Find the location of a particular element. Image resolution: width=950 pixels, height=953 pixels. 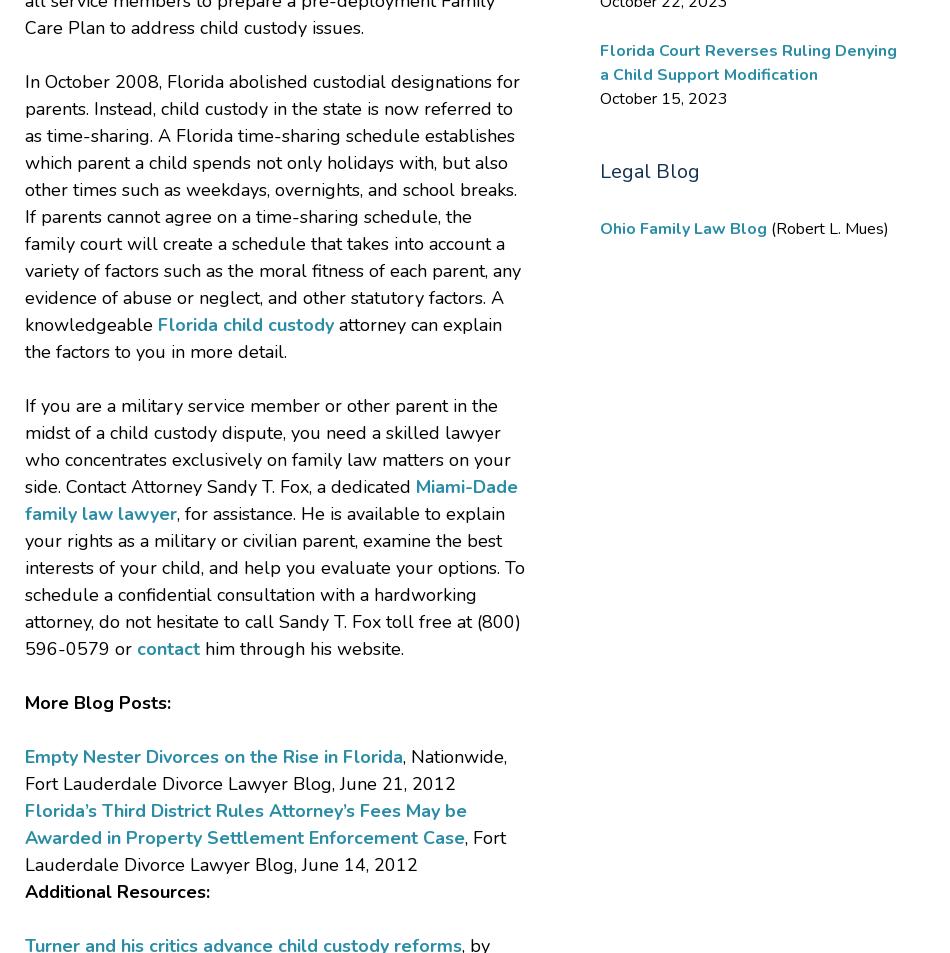

'Additional Resources:' is located at coordinates (24, 890).